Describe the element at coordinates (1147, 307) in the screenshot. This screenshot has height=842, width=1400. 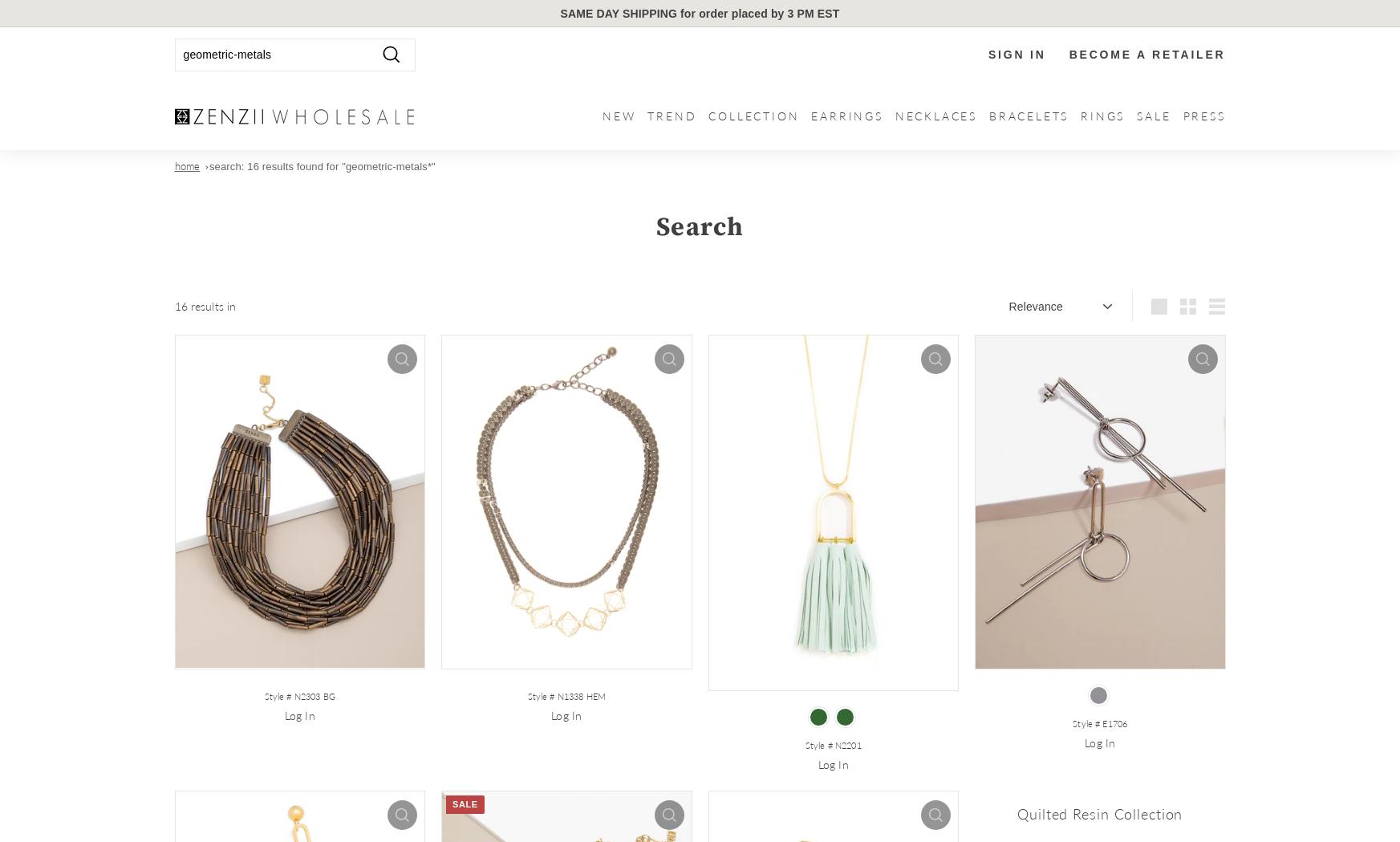
I see `'Last Chance'` at that location.